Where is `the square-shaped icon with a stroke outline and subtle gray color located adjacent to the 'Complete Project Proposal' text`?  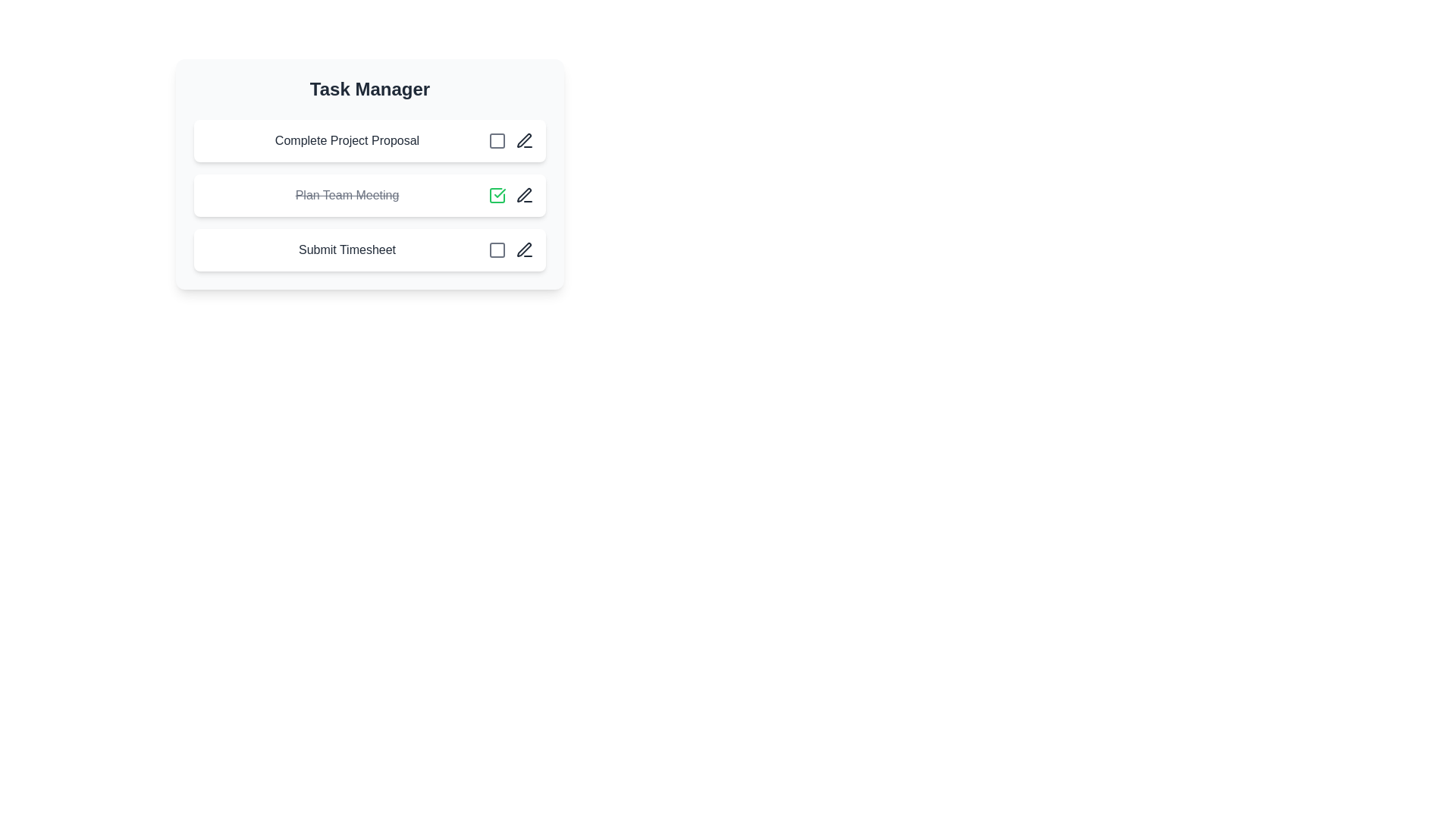 the square-shaped icon with a stroke outline and subtle gray color located adjacent to the 'Complete Project Proposal' text is located at coordinates (497, 140).